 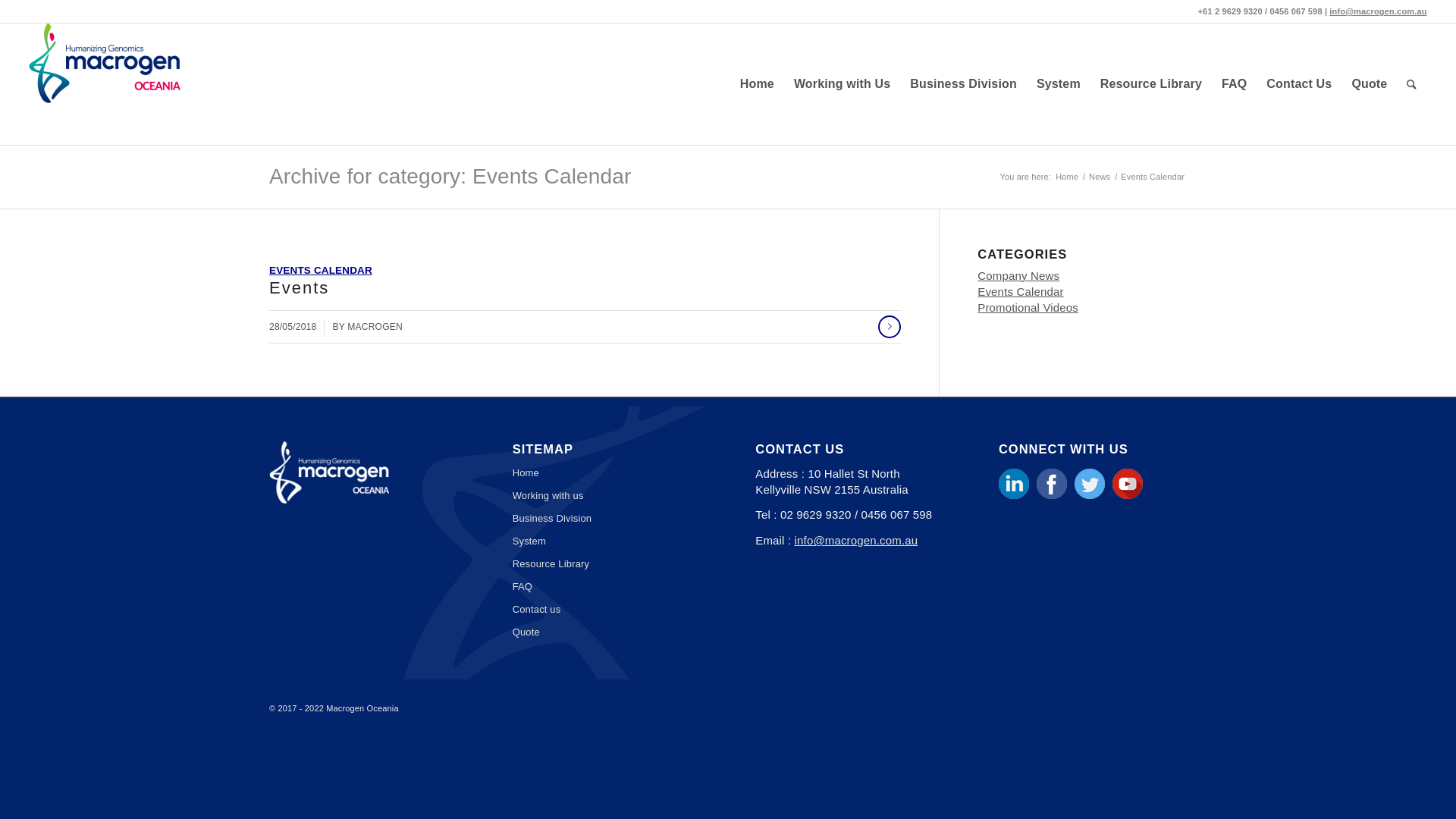 What do you see at coordinates (1378, 11) in the screenshot?
I see `'info@macrogen.com.au'` at bounding box center [1378, 11].